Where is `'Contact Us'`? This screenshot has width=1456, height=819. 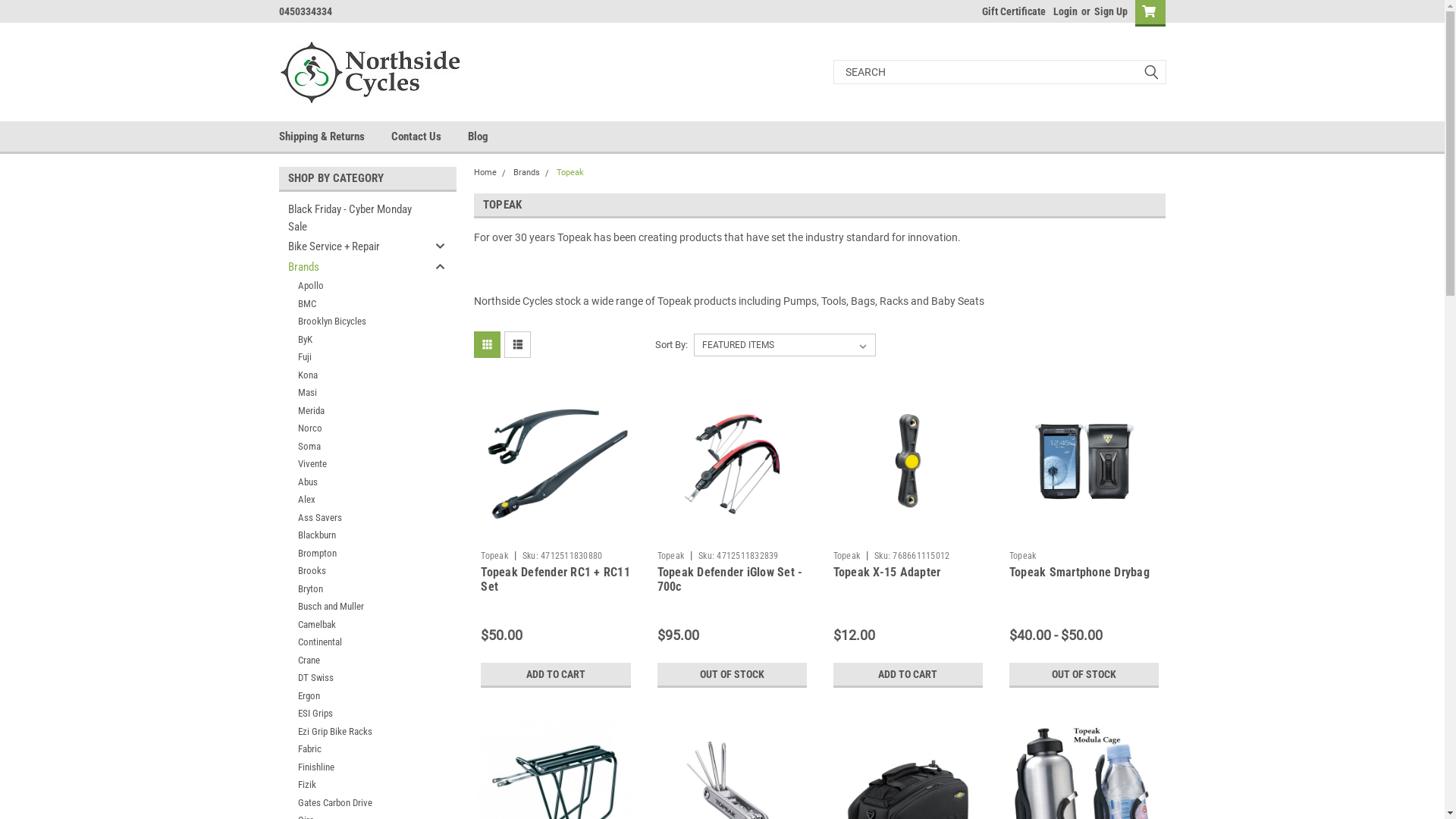
'Contact Us' is located at coordinates (428, 136).